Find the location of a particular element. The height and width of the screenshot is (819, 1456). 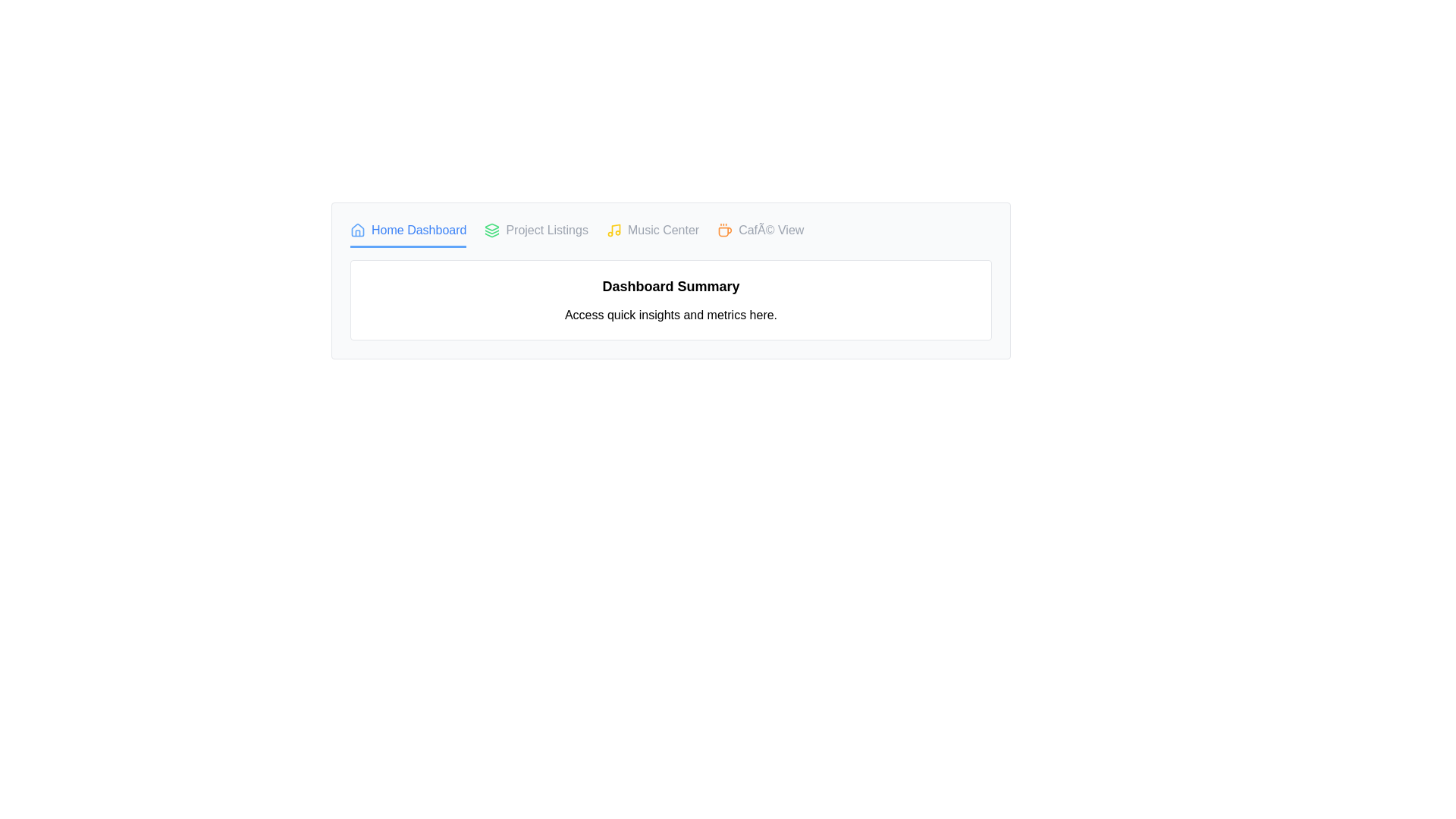

the 'Music Center' clickable navigation tab, which features a yellow music note icon and changes text color to blue upon interaction is located at coordinates (653, 234).